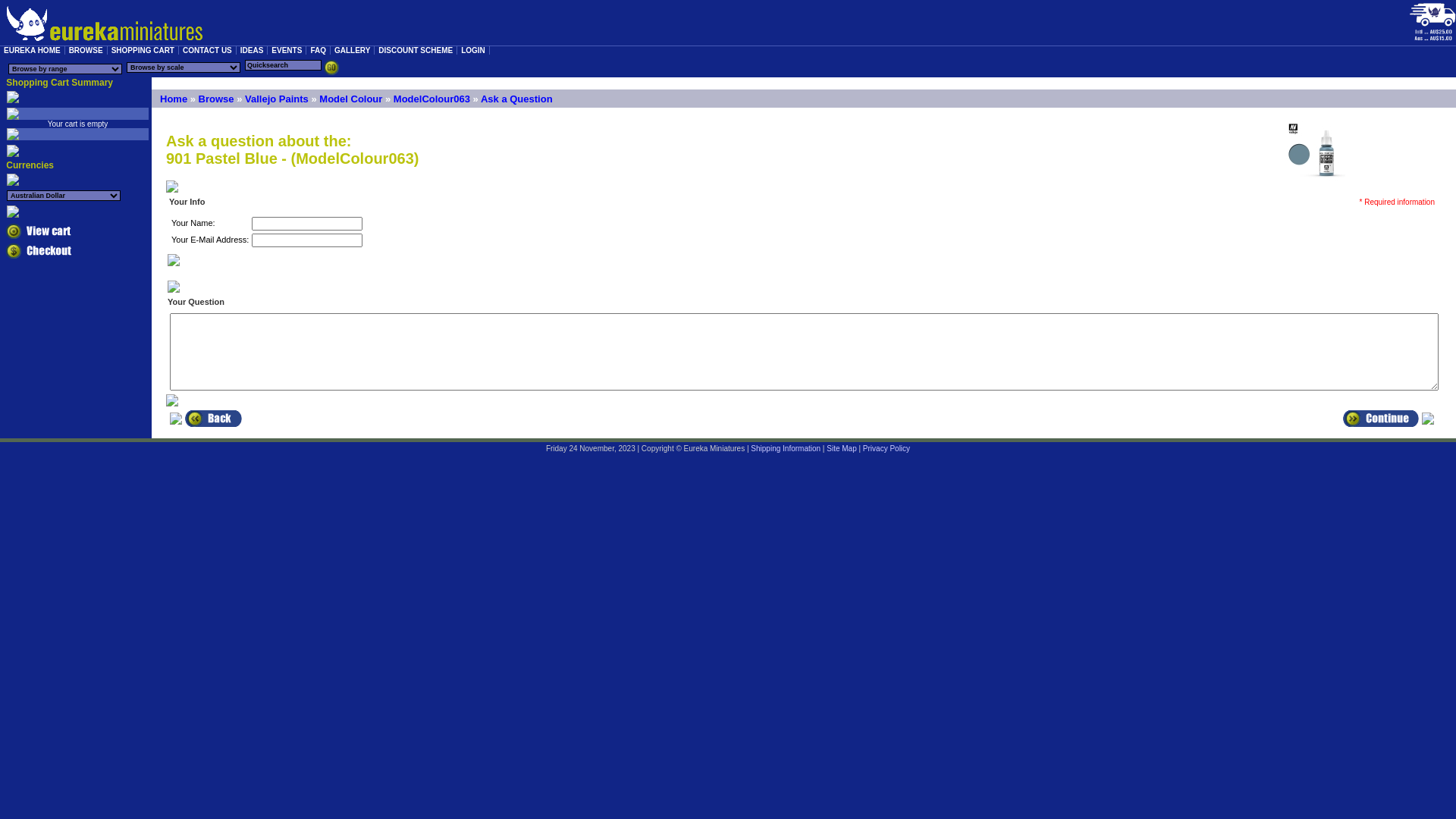  What do you see at coordinates (318, 49) in the screenshot?
I see `'FAQ'` at bounding box center [318, 49].